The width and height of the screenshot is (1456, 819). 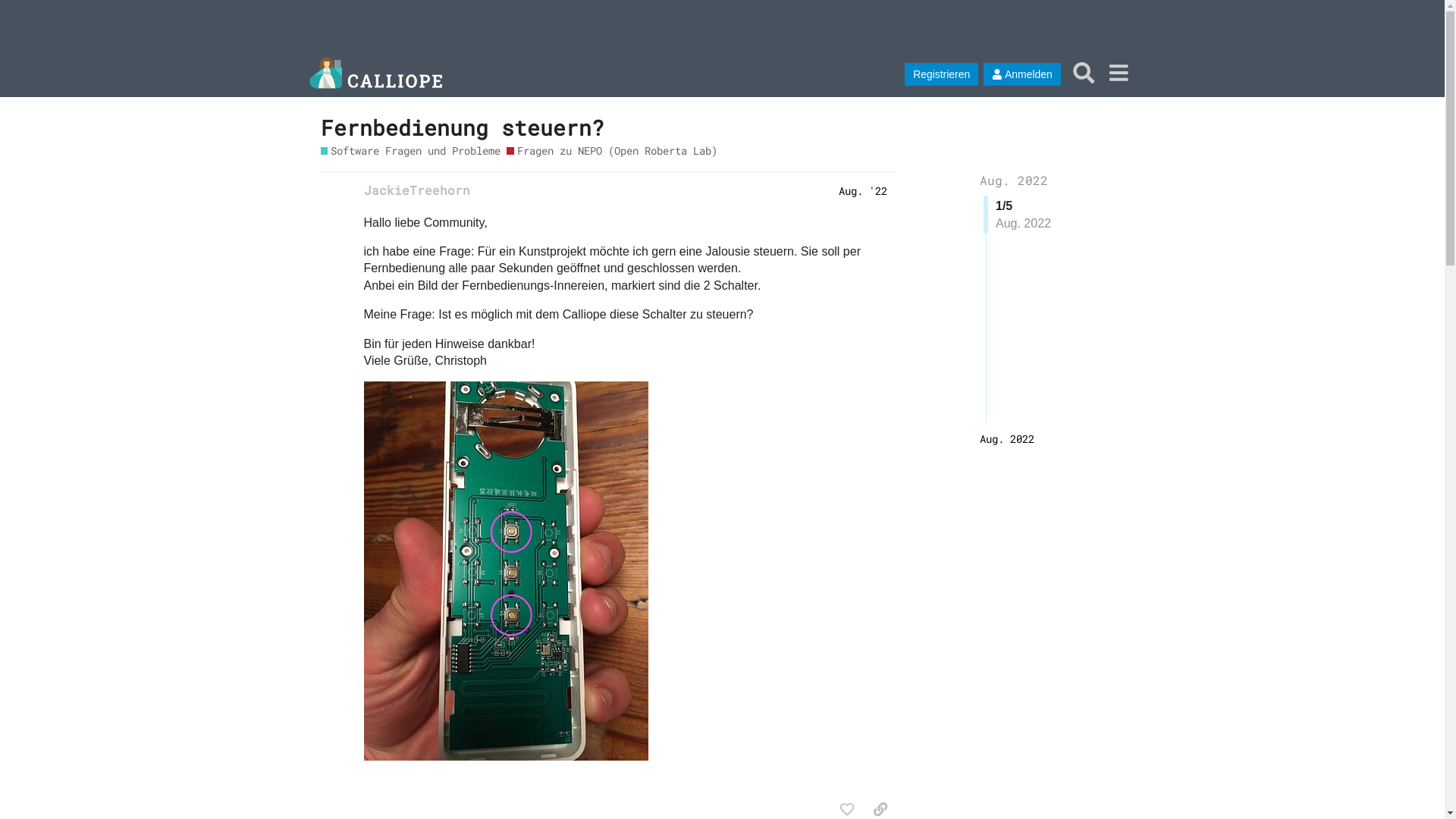 I want to click on 'Software Fragen und Probleme', so click(x=410, y=150).